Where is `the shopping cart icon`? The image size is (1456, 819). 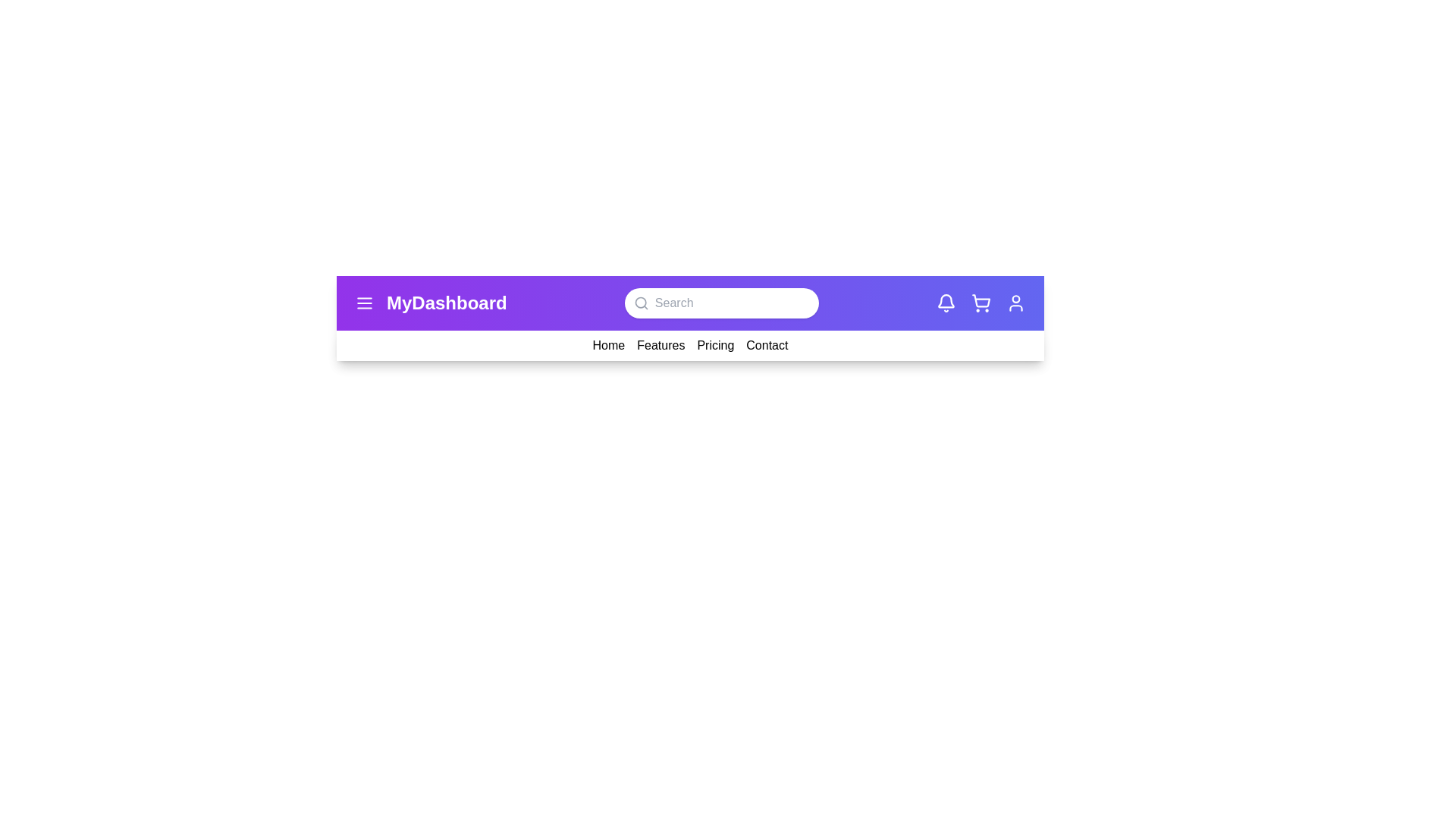
the shopping cart icon is located at coordinates (981, 303).